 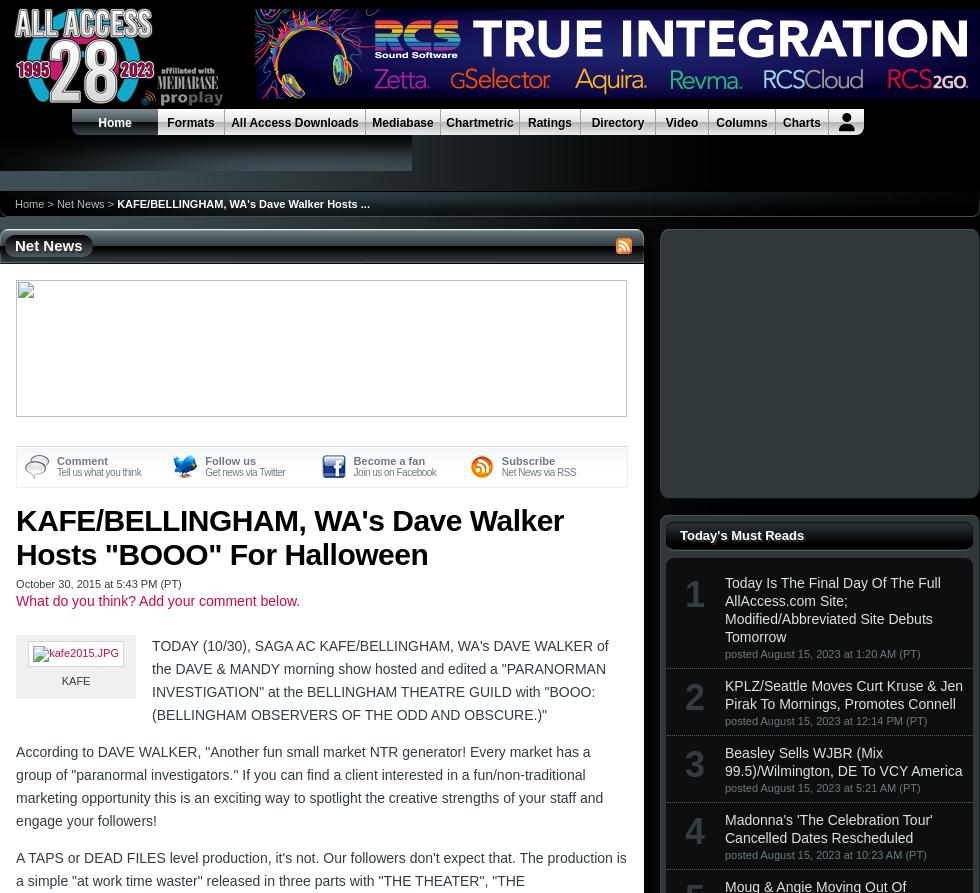 I want to click on 'Video', so click(x=681, y=122).